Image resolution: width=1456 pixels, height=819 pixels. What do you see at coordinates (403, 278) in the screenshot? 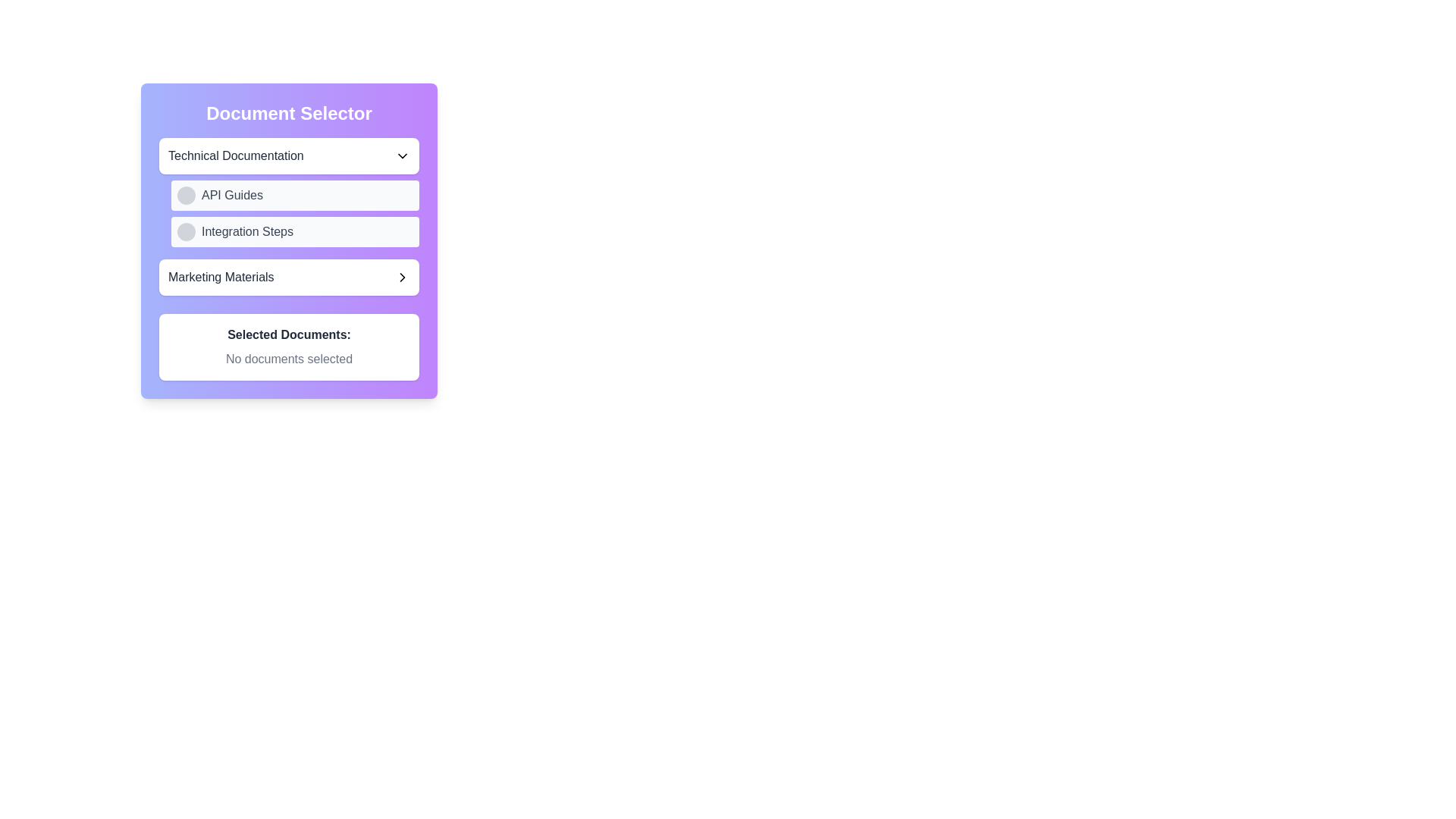
I see `the rightward-pointing chevron icon located near the right edge of the 'Marketing Materials' checkbox label` at bounding box center [403, 278].